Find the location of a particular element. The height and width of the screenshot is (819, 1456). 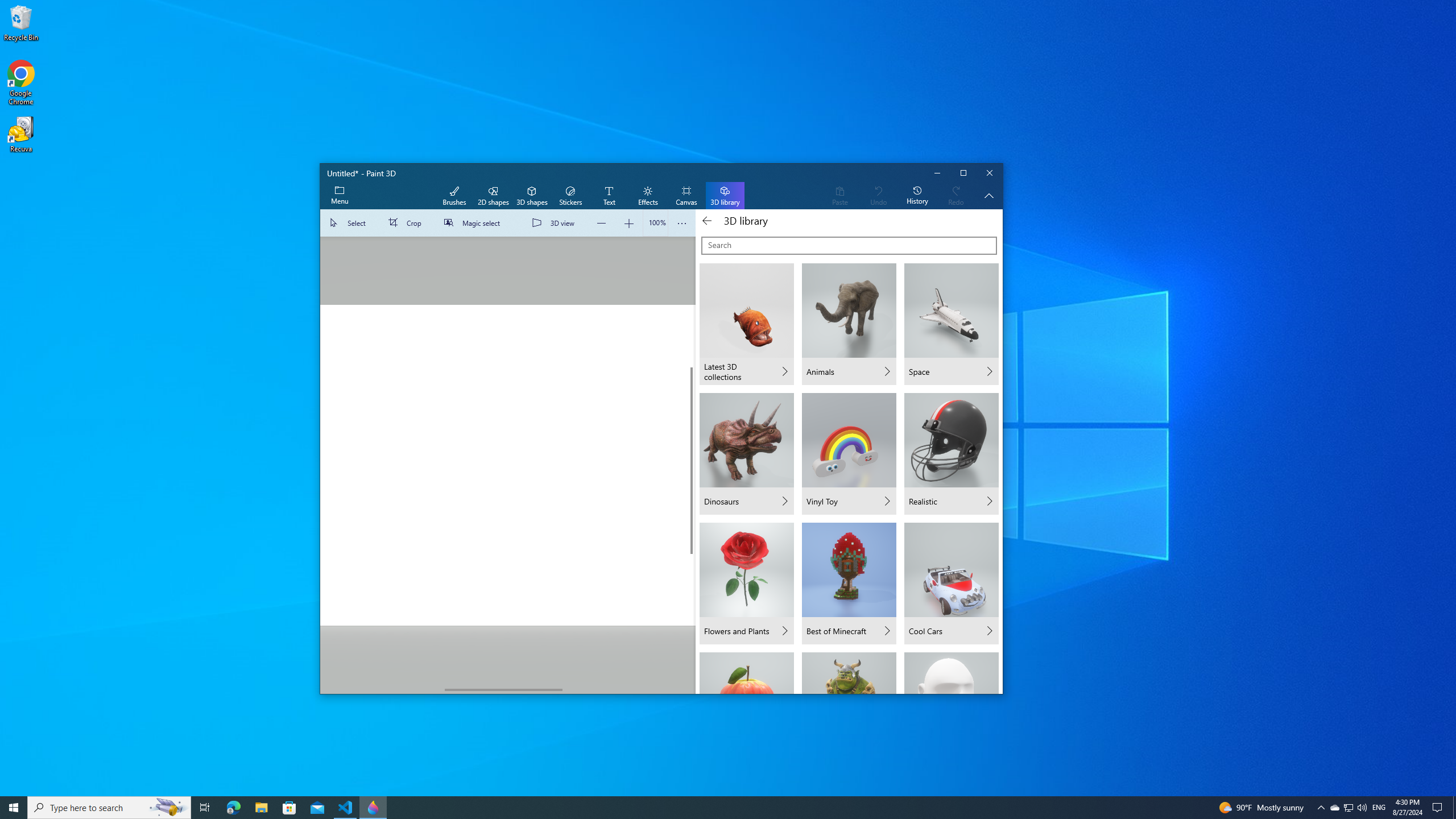

'History' is located at coordinates (916, 196).